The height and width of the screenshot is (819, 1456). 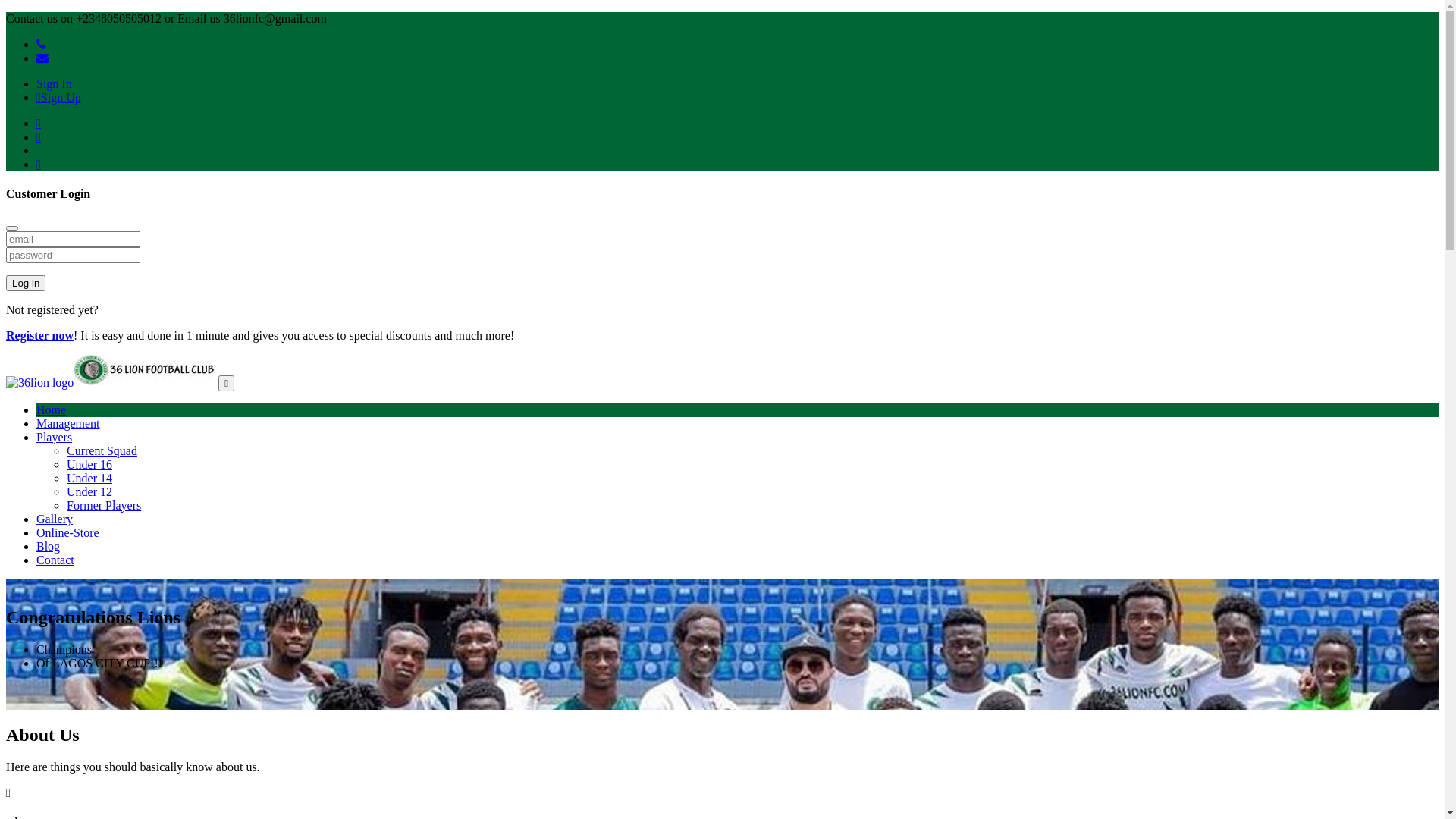 What do you see at coordinates (89, 463) in the screenshot?
I see `'Under 16'` at bounding box center [89, 463].